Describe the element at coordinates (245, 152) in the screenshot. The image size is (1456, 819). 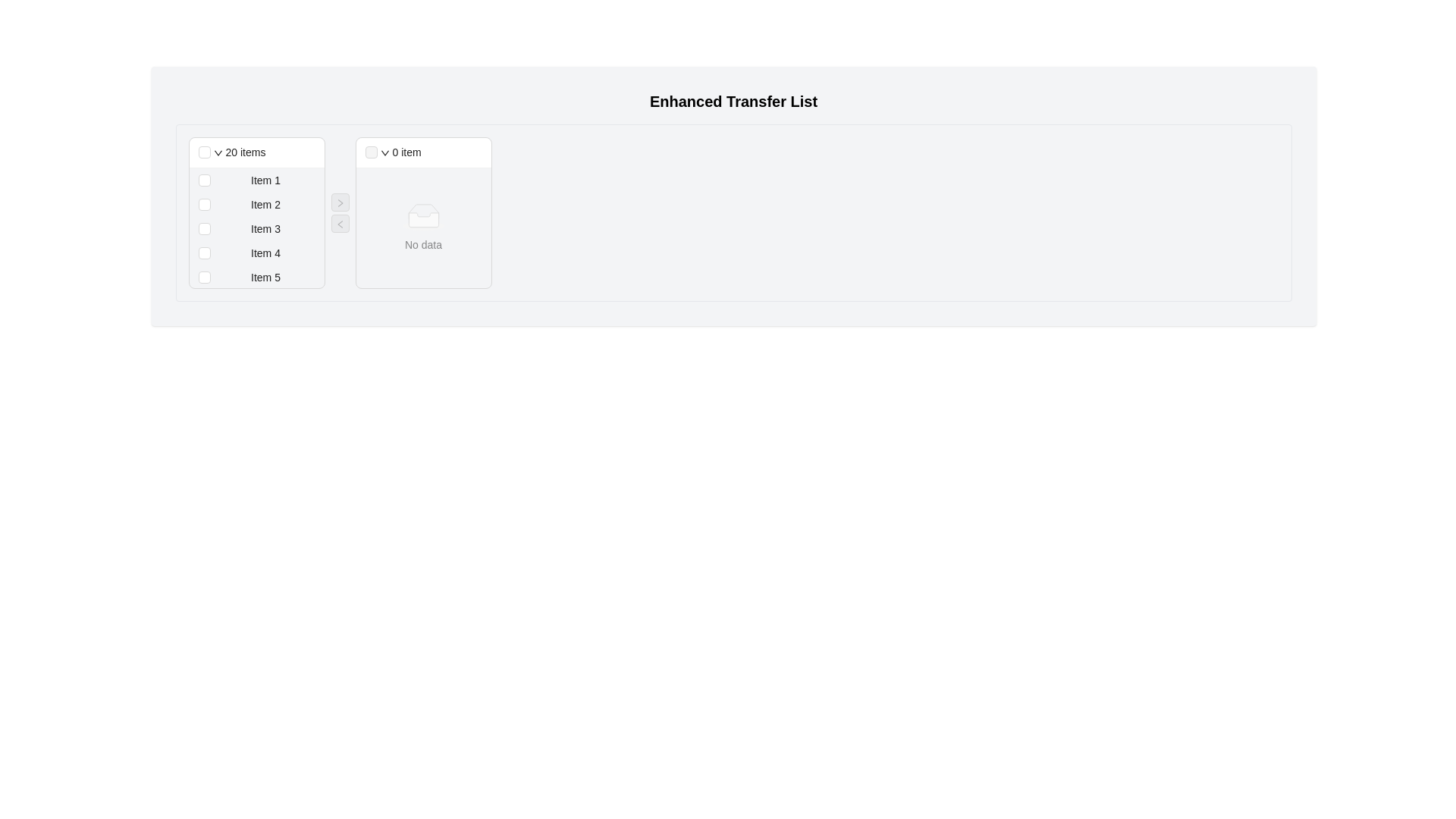
I see `the text label displaying '20 items' located in the header of the left transfer list panel, just to the right of a checkbox and a dropdown arrow icon` at that location.